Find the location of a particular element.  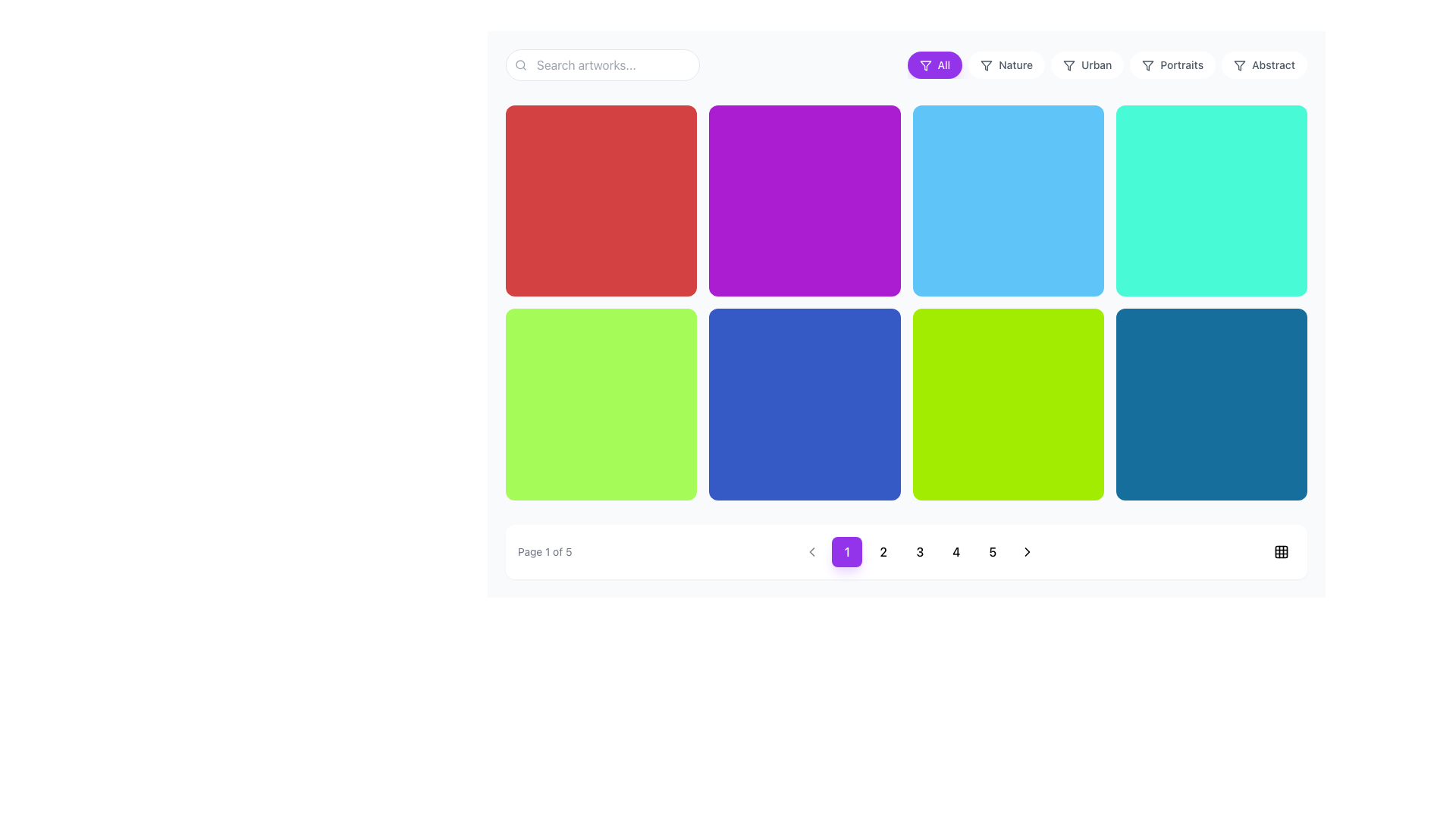

the toggle grid-view button located at the bottom-right corner of the pagination section to switch the display mode is located at coordinates (1280, 551).